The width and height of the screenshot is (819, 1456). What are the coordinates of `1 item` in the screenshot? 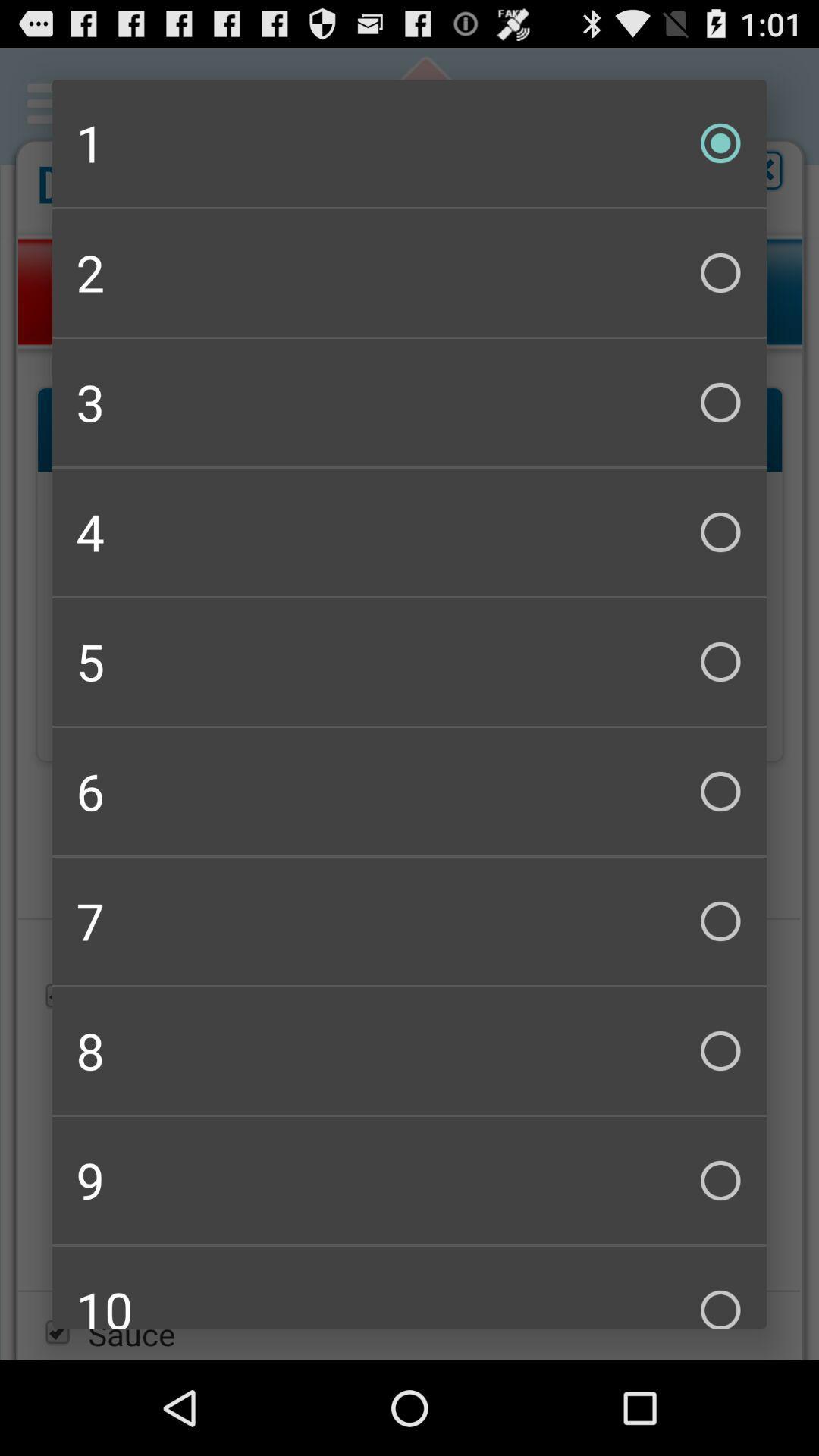 It's located at (409, 143).